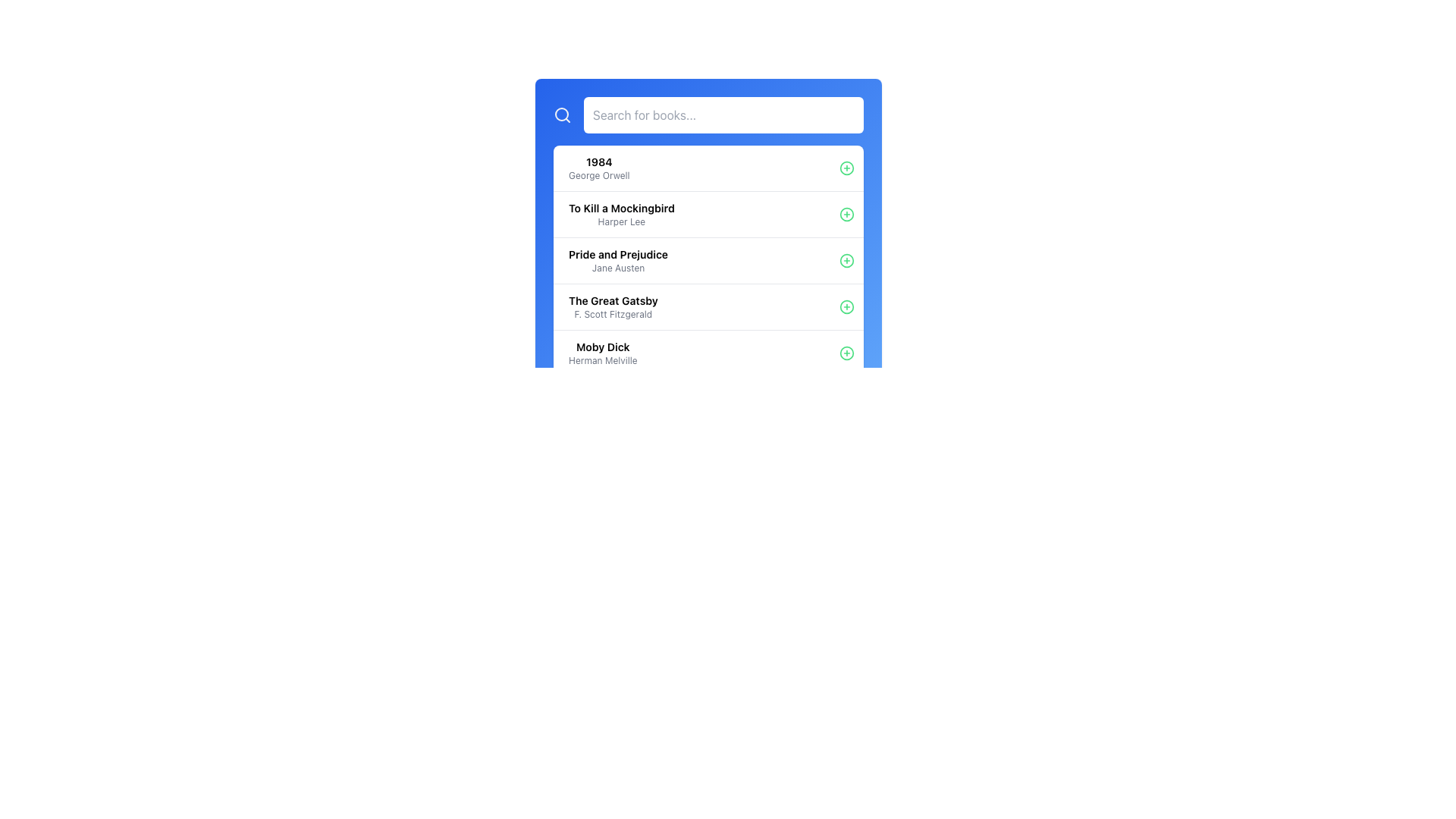 Image resolution: width=1456 pixels, height=819 pixels. What do you see at coordinates (708, 259) in the screenshot?
I see `the third list item displaying a book title and author, located between 'To Kill a Mockingbird' and 'The Great Gatsby'` at bounding box center [708, 259].